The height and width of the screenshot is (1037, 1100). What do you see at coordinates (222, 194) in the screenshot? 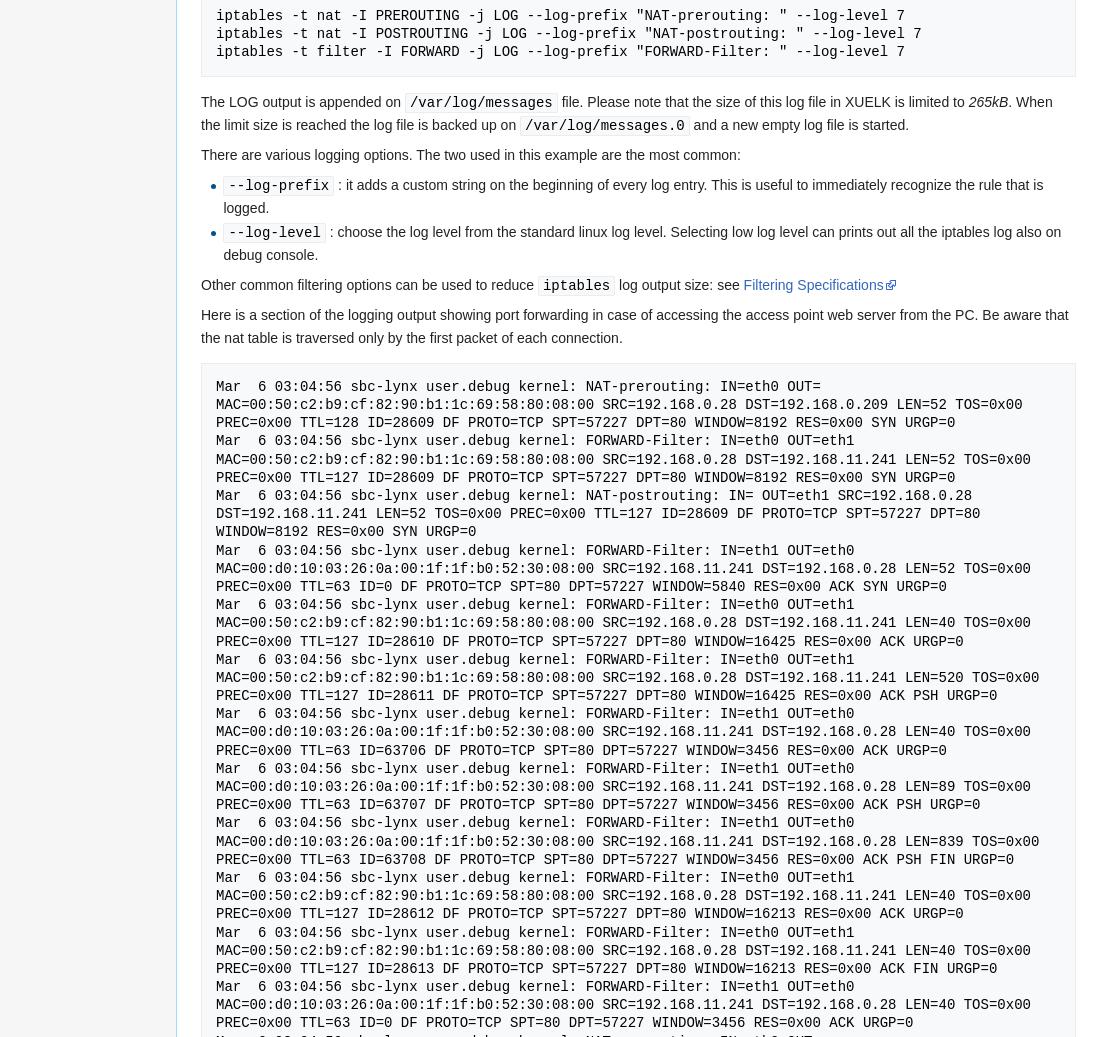
I see `': it adds a custom string on the beginning of every log entry. This is useful to immediately recognize the rule that is logged.'` at bounding box center [222, 194].